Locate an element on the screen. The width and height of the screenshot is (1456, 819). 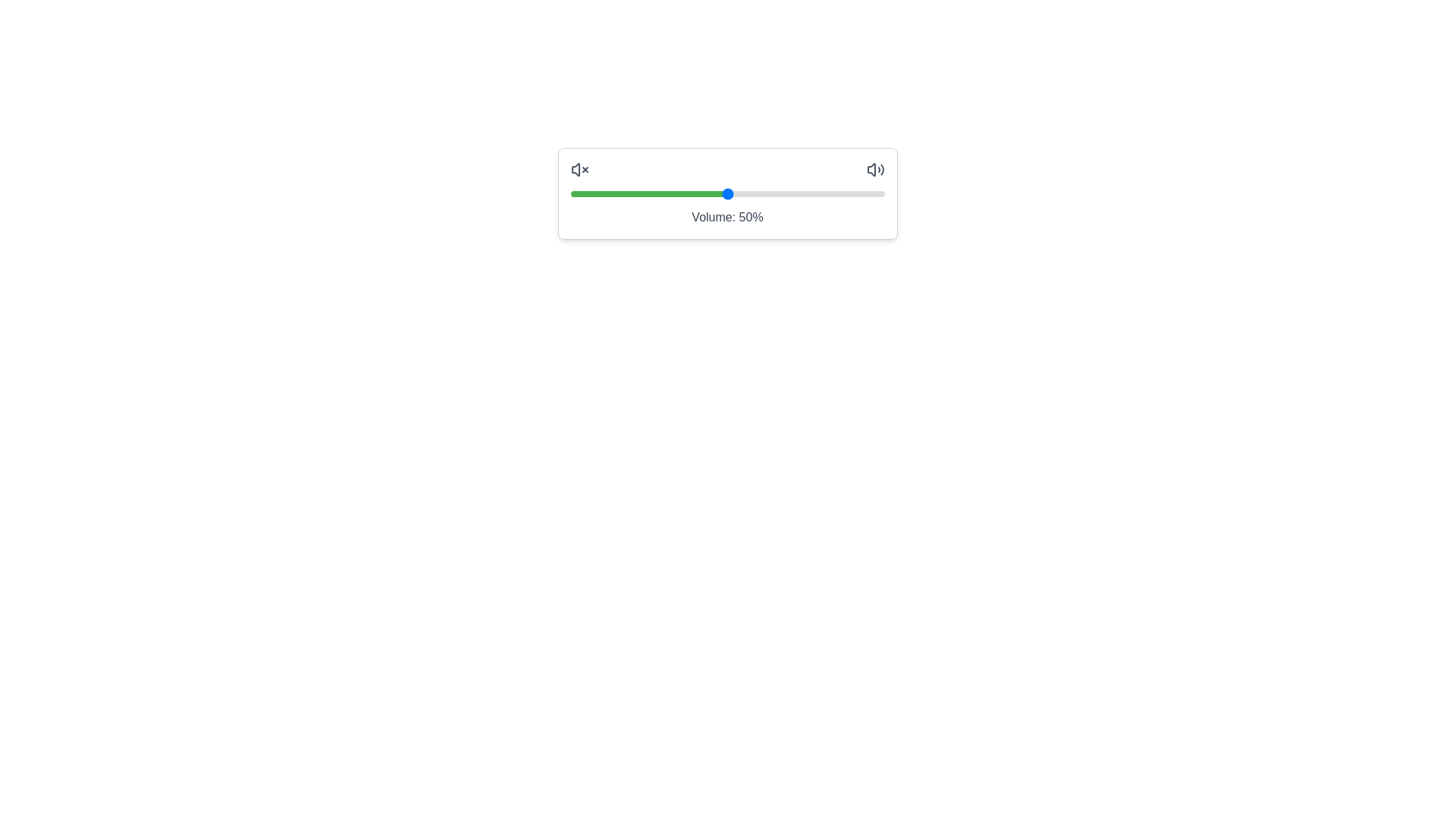
the slider is located at coordinates (673, 193).